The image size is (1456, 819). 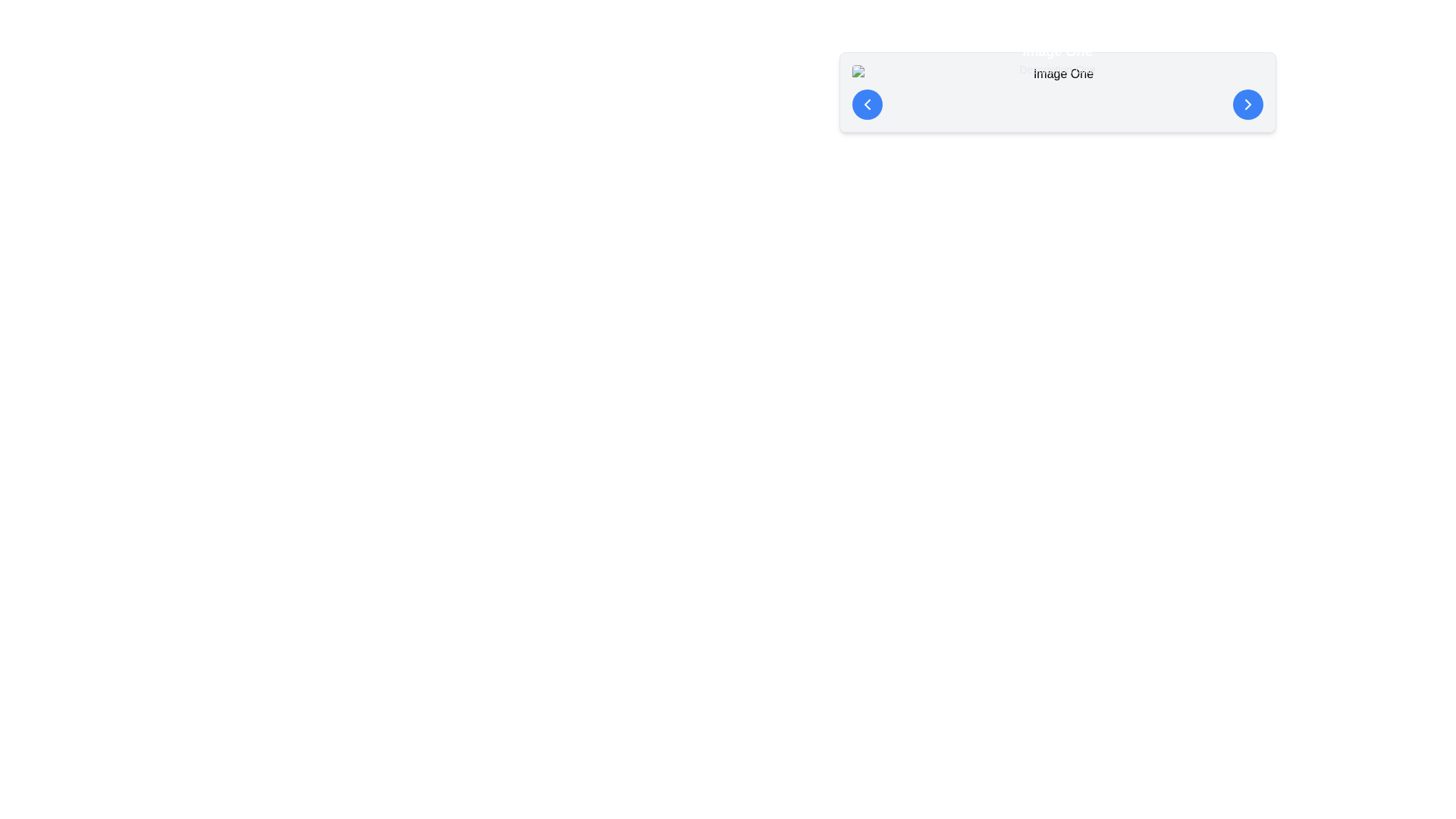 I want to click on the circular blue navigation button located at the top-left corner of the rectangular card, so click(x=867, y=104).